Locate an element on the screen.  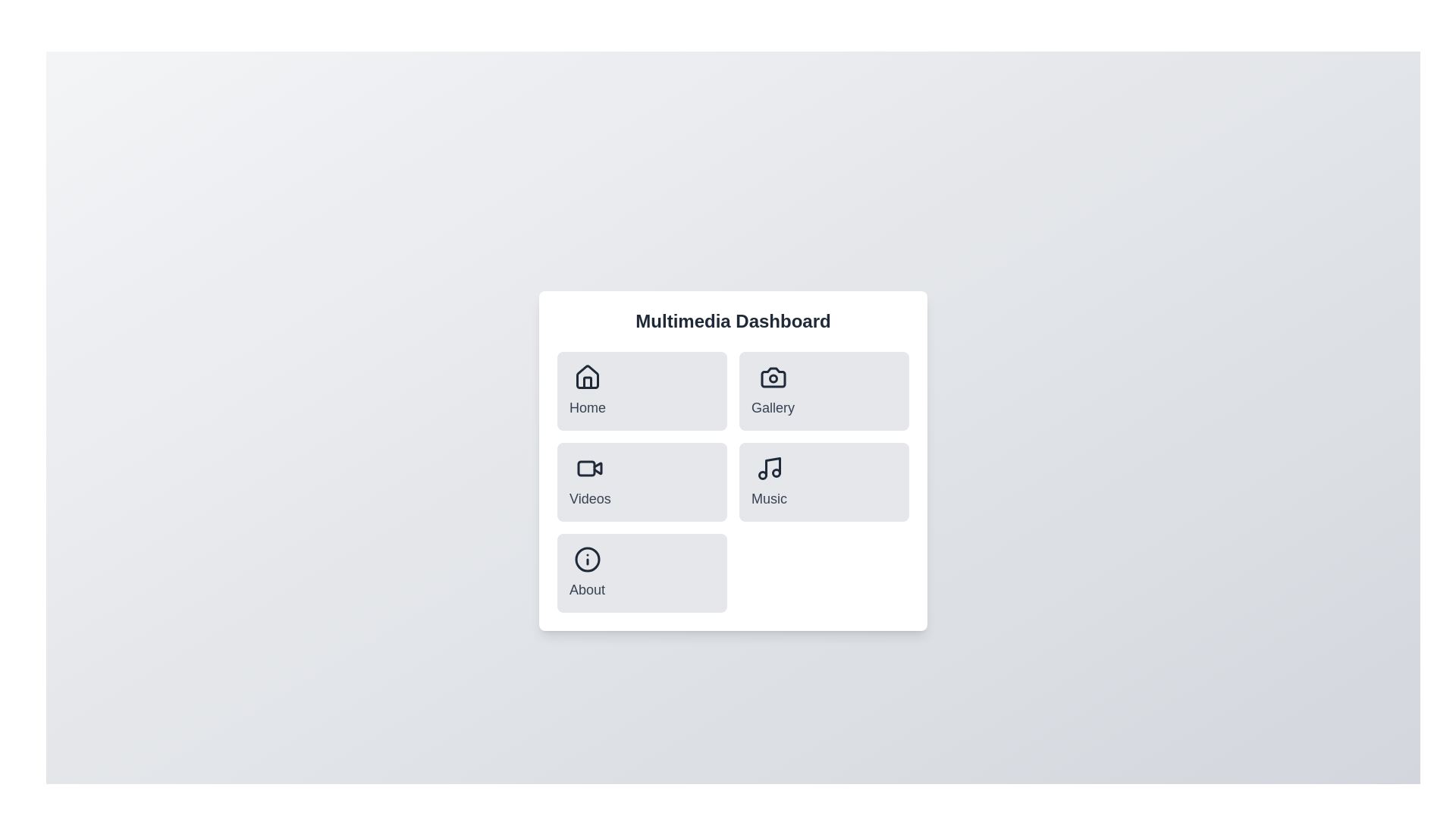
the menu item corresponding to Home is located at coordinates (586, 391).